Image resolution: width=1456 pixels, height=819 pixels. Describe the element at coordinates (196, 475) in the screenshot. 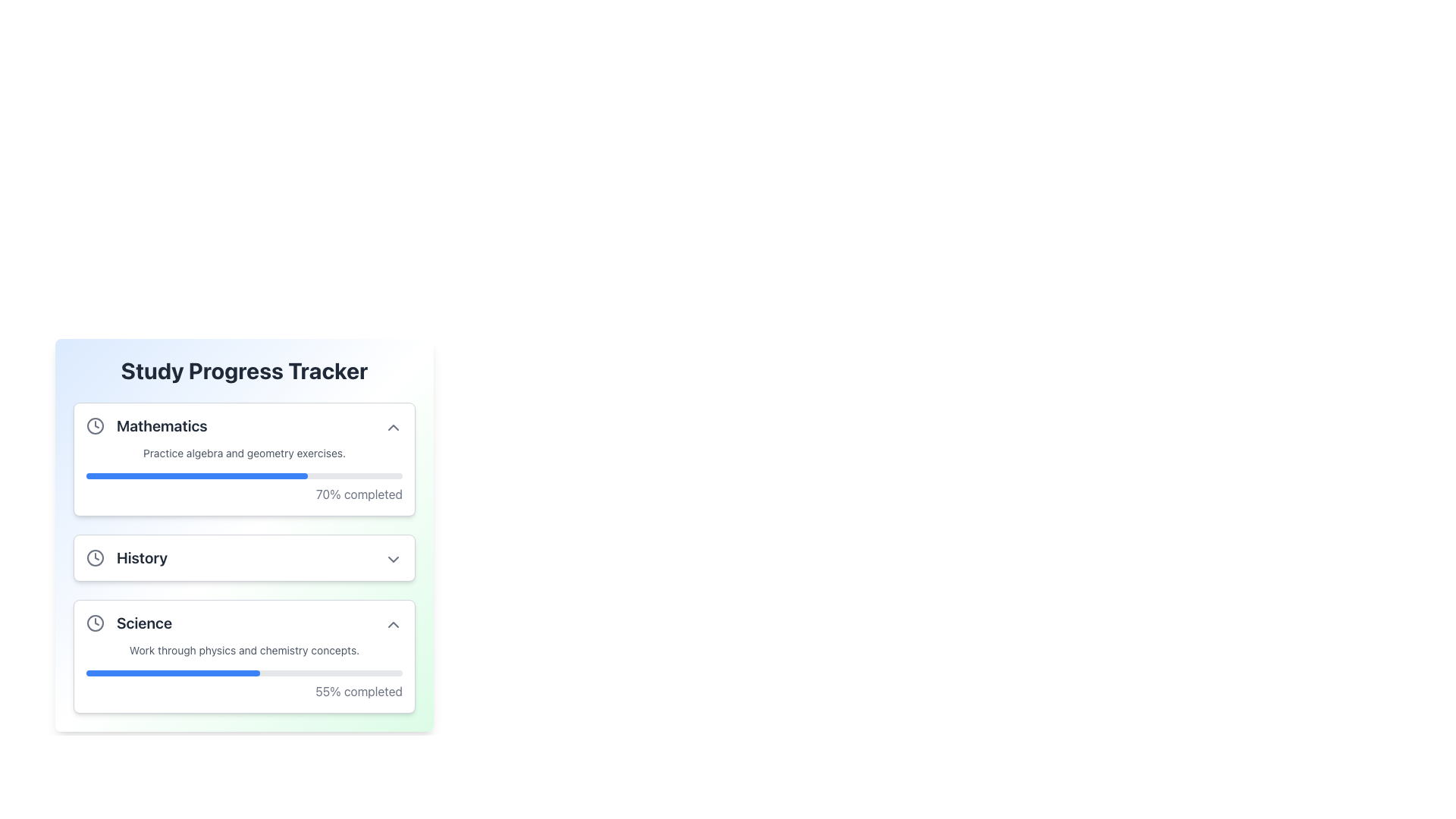

I see `the blue-filled segment of the progress bar located in the 'Mathematics' section of the Study Progress Tracker interface for potential interactivity` at that location.